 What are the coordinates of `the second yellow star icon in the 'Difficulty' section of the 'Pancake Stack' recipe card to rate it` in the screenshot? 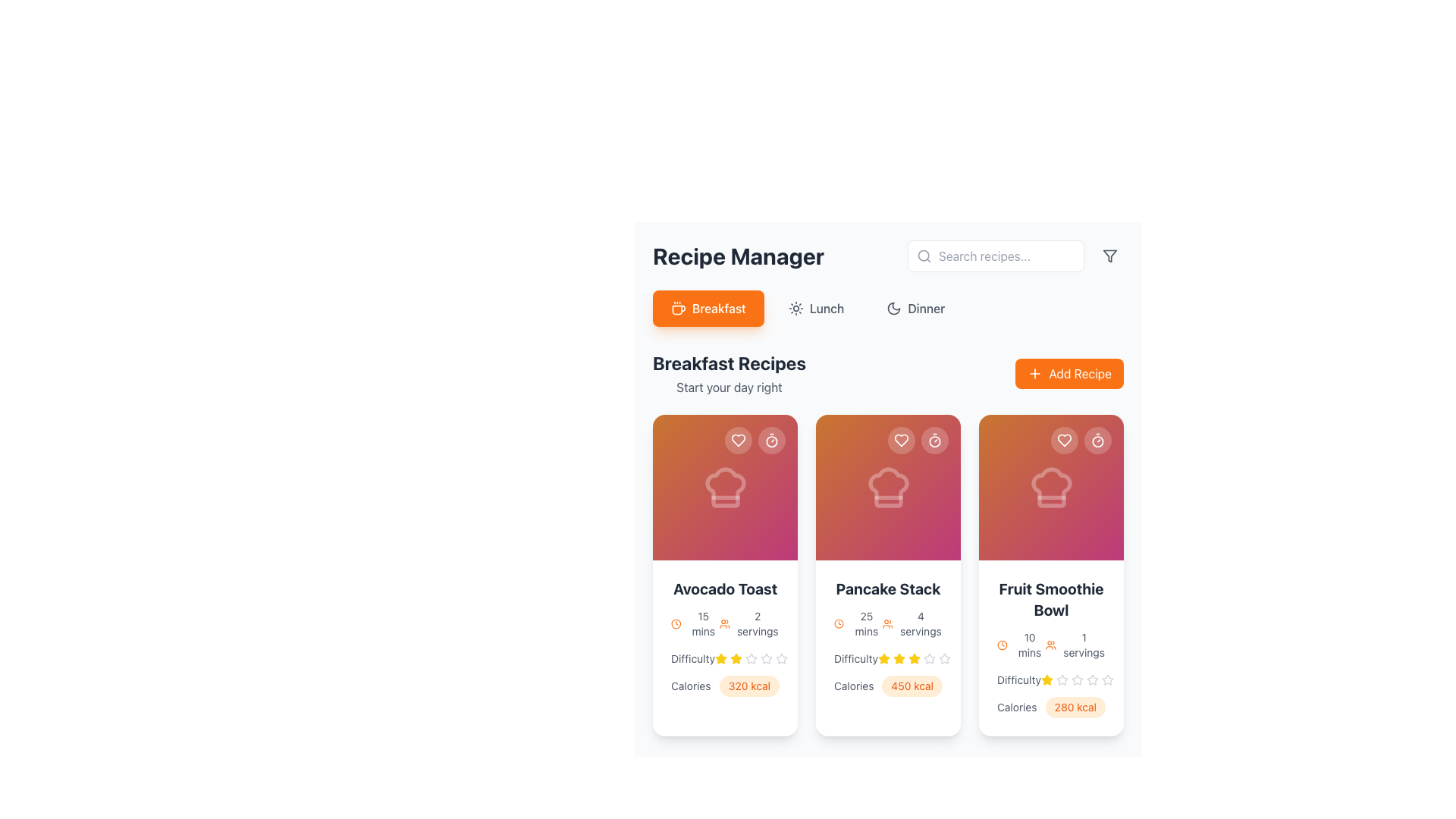 It's located at (913, 657).